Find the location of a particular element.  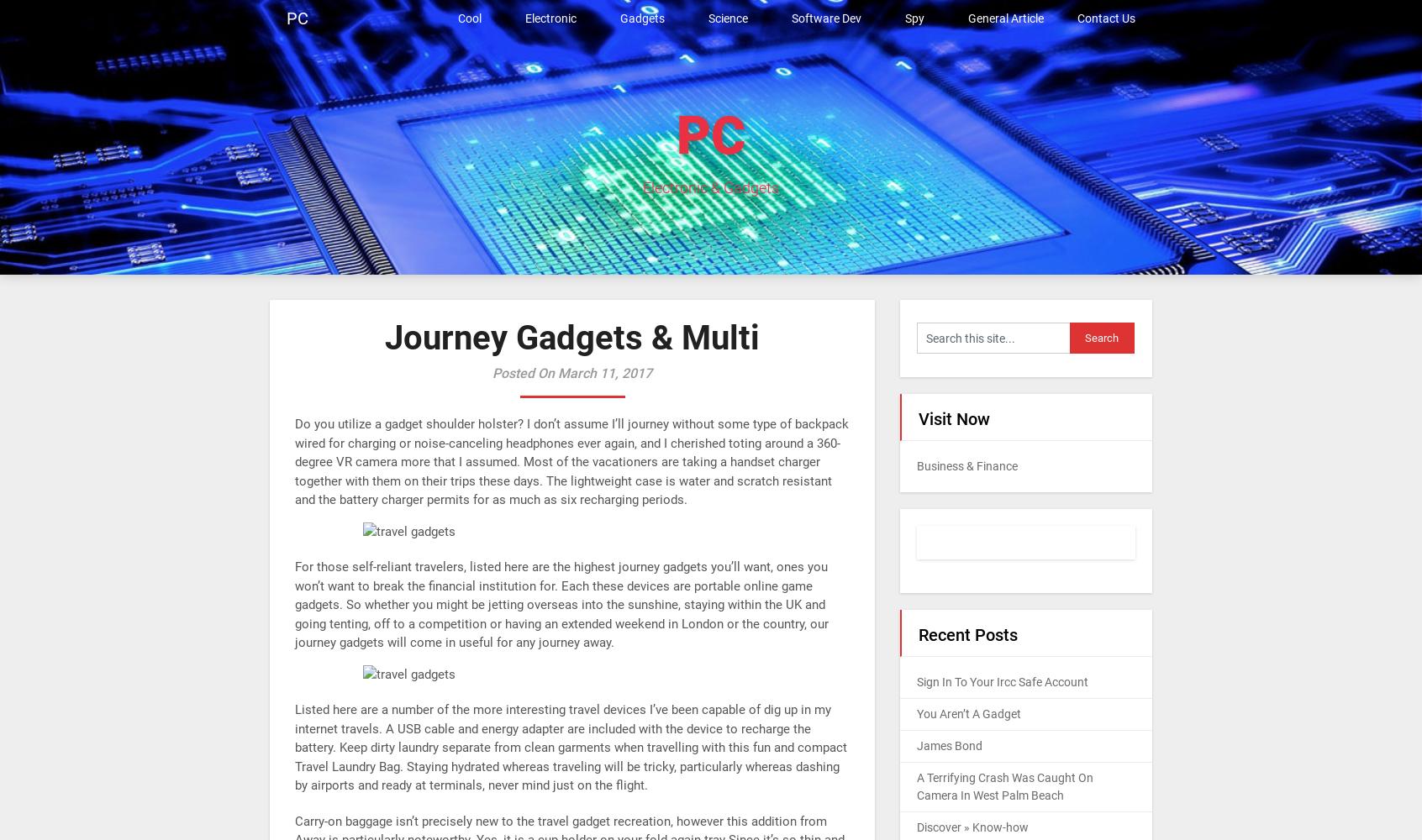

'Spy' is located at coordinates (904, 18).